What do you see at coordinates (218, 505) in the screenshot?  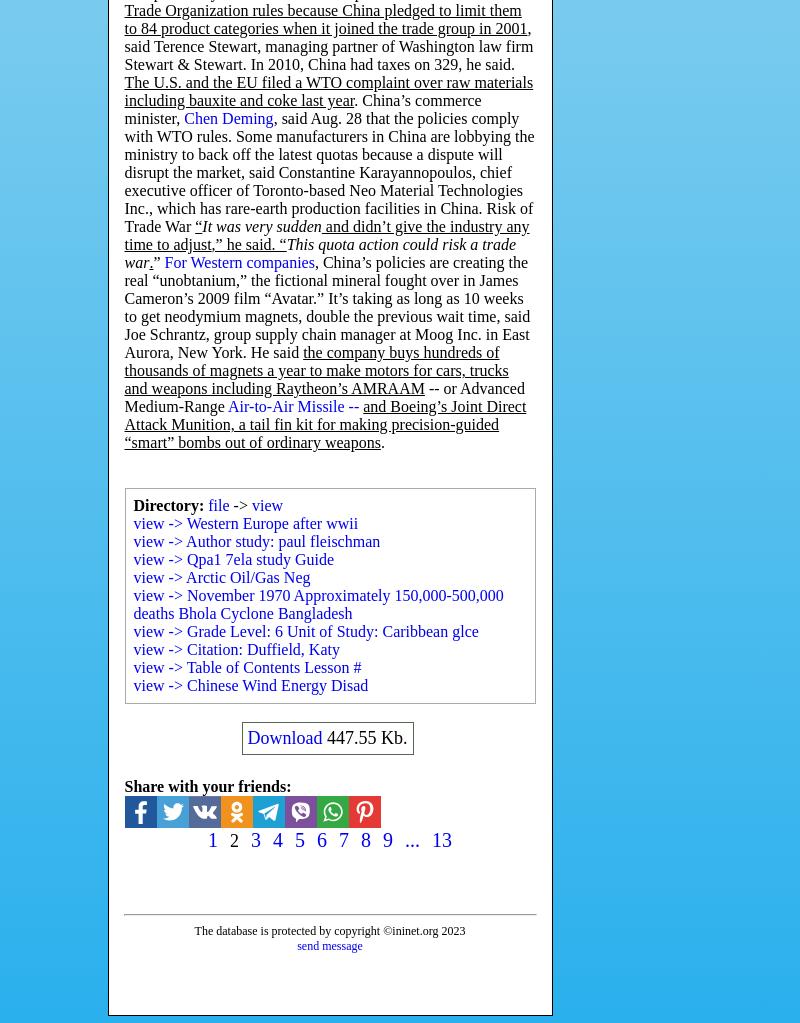 I see `'file'` at bounding box center [218, 505].